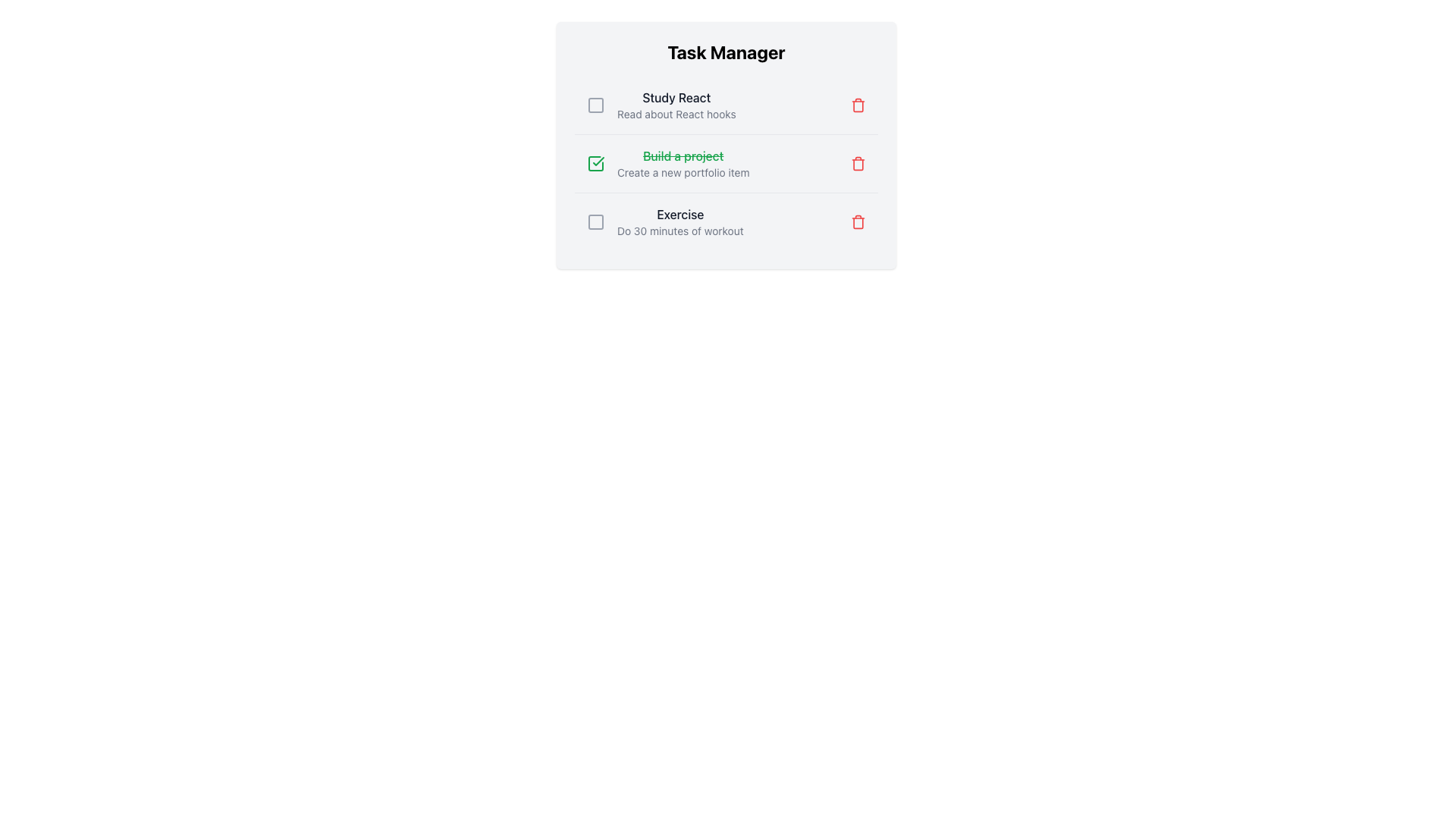 The width and height of the screenshot is (1456, 819). Describe the element at coordinates (595, 222) in the screenshot. I see `the red checkbox icon next to the 'Exercise' task in the task list` at that location.